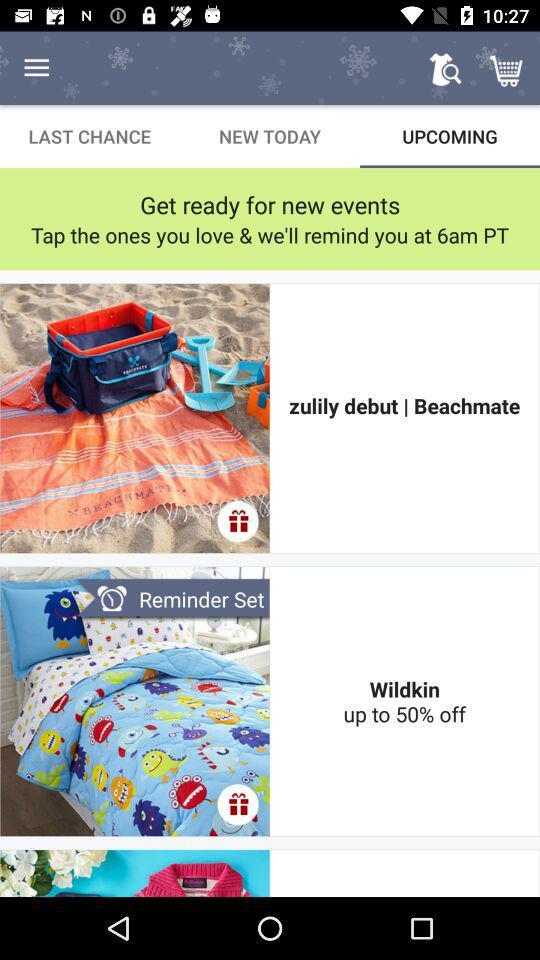  Describe the element at coordinates (270, 204) in the screenshot. I see `get ready for` at that location.